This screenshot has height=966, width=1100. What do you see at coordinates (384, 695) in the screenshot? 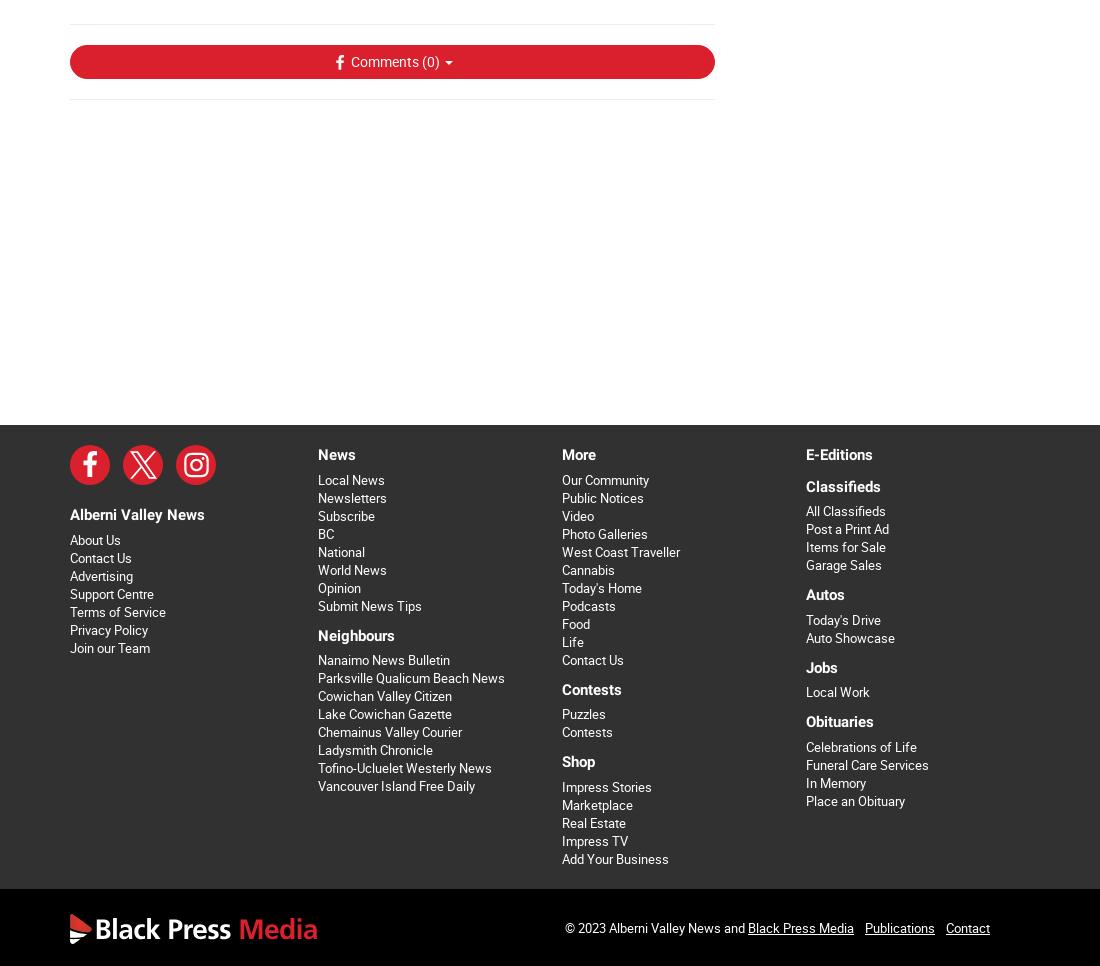
I see `'Cowichan Valley Citizen'` at bounding box center [384, 695].